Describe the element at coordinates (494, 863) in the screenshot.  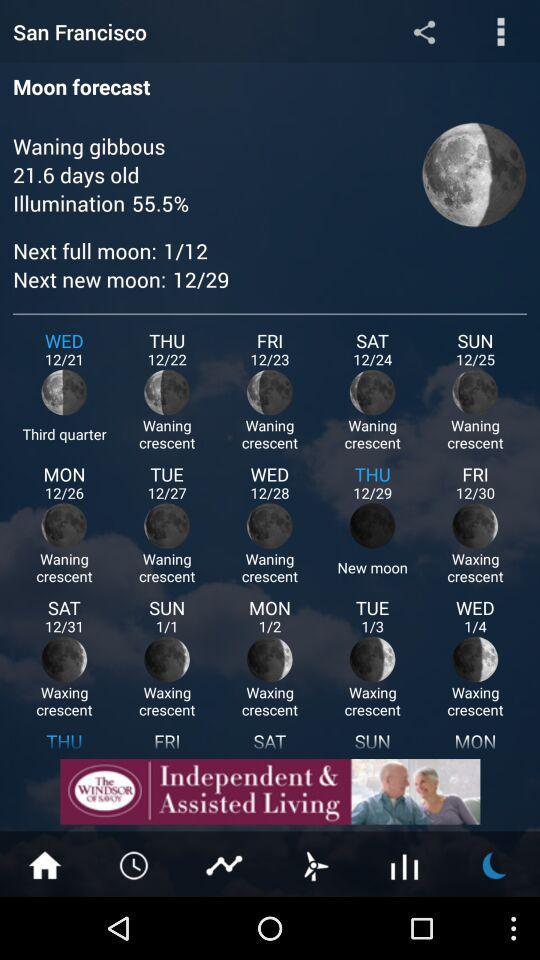
I see `night mode` at that location.